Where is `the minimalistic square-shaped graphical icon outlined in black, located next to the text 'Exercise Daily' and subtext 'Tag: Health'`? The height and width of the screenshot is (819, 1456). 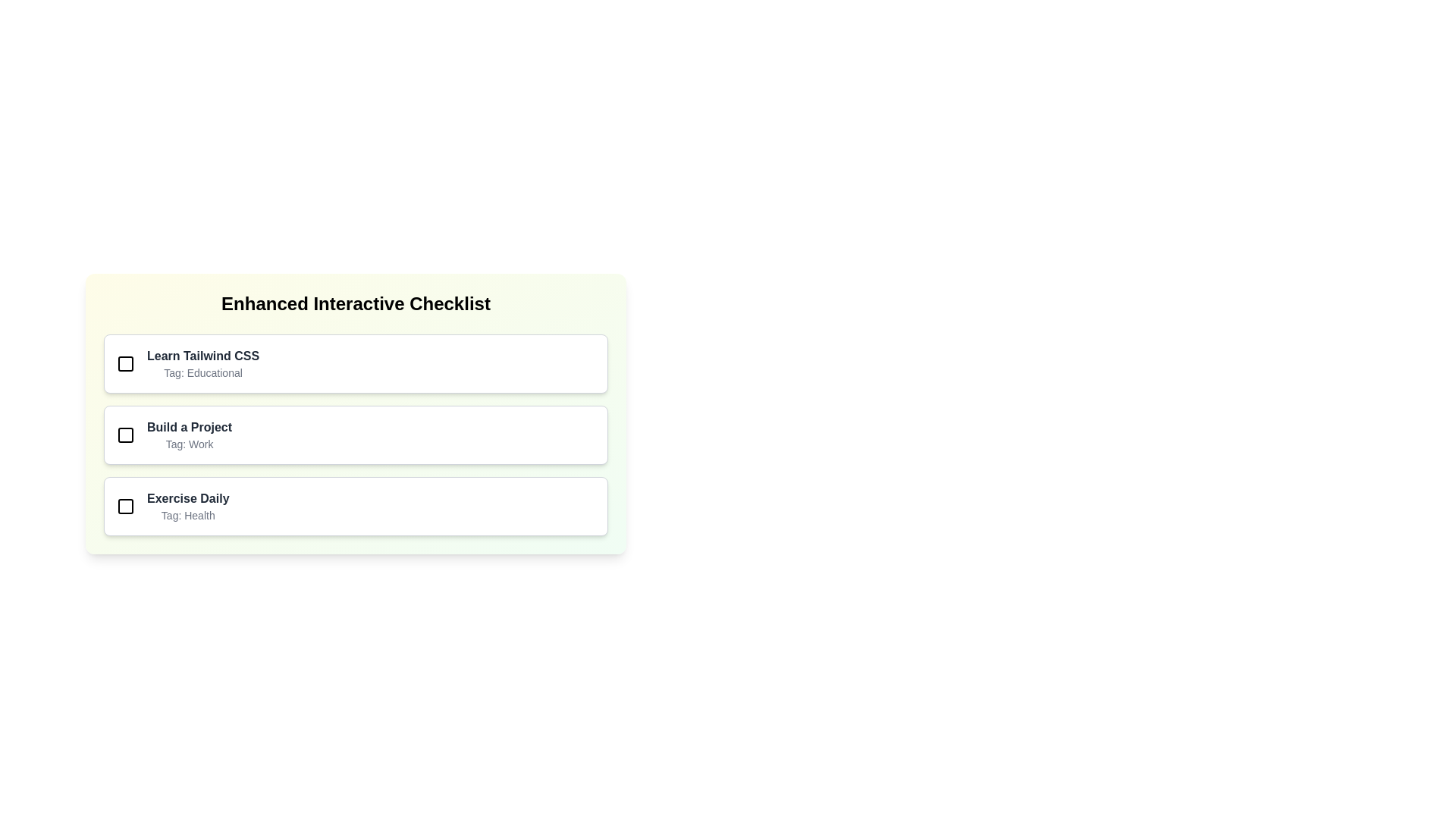
the minimalistic square-shaped graphical icon outlined in black, located next to the text 'Exercise Daily' and subtext 'Tag: Health' is located at coordinates (126, 506).